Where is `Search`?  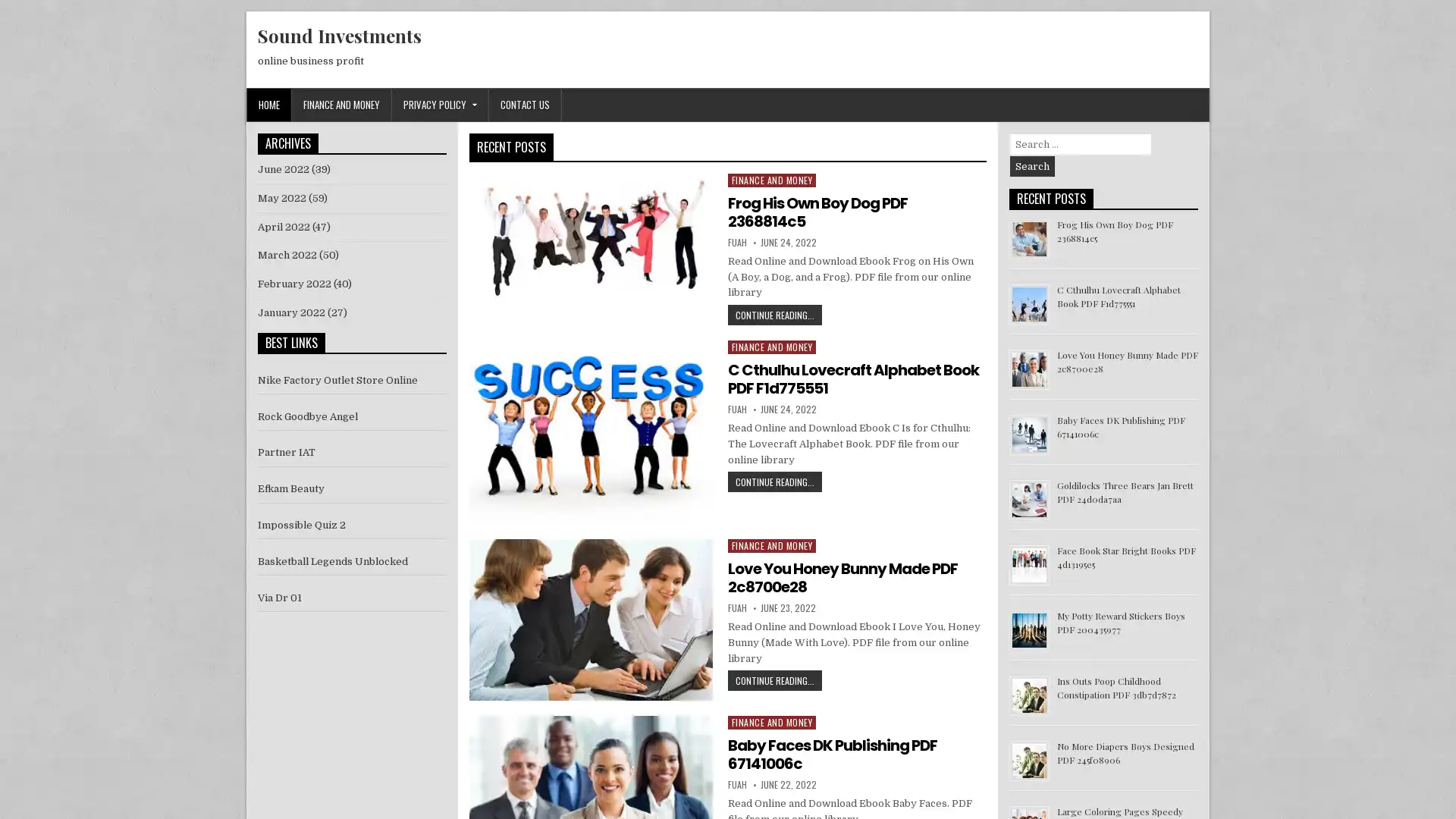 Search is located at coordinates (1031, 166).